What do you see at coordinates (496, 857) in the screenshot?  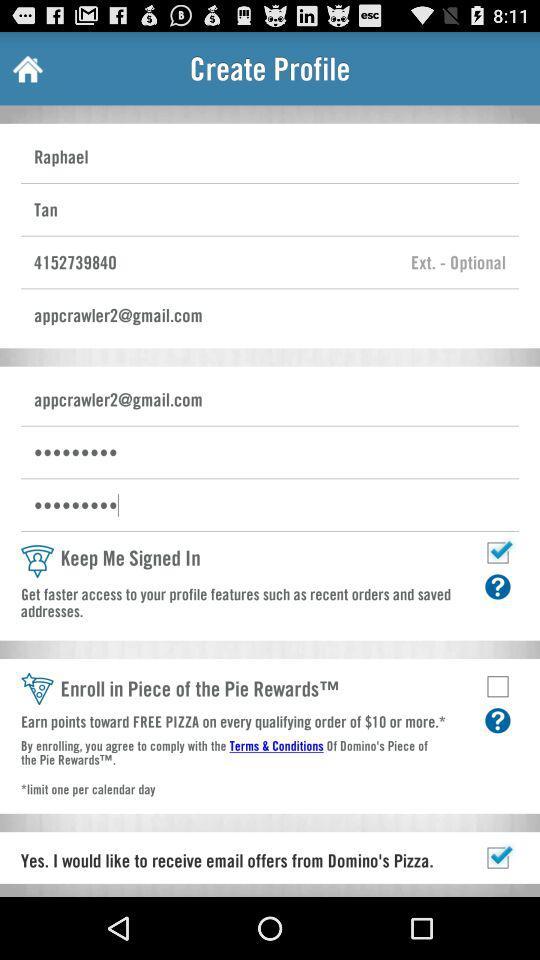 I see `check box to select` at bounding box center [496, 857].